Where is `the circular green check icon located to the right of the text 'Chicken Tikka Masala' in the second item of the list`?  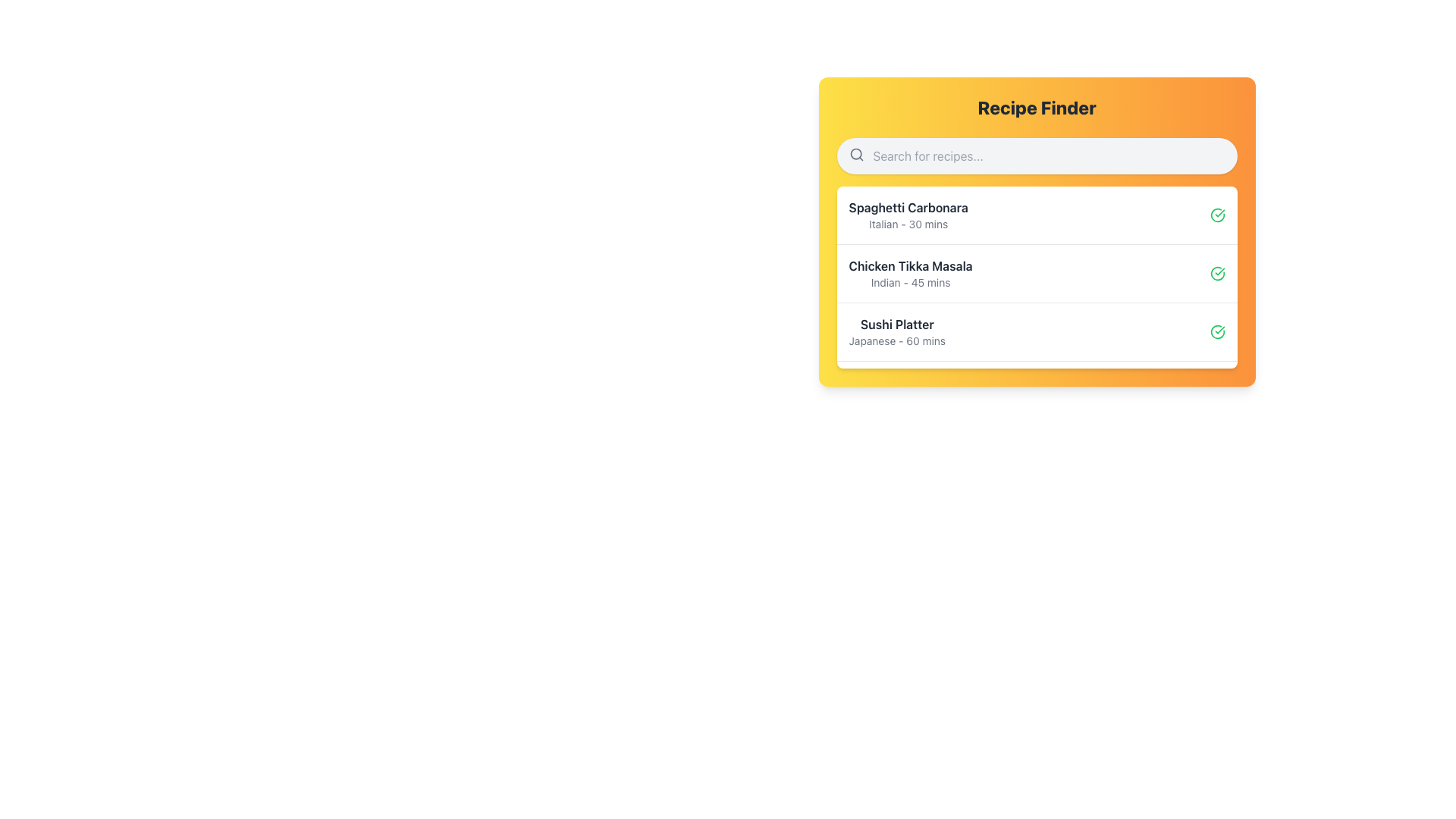 the circular green check icon located to the right of the text 'Chicken Tikka Masala' in the second item of the list is located at coordinates (1217, 274).